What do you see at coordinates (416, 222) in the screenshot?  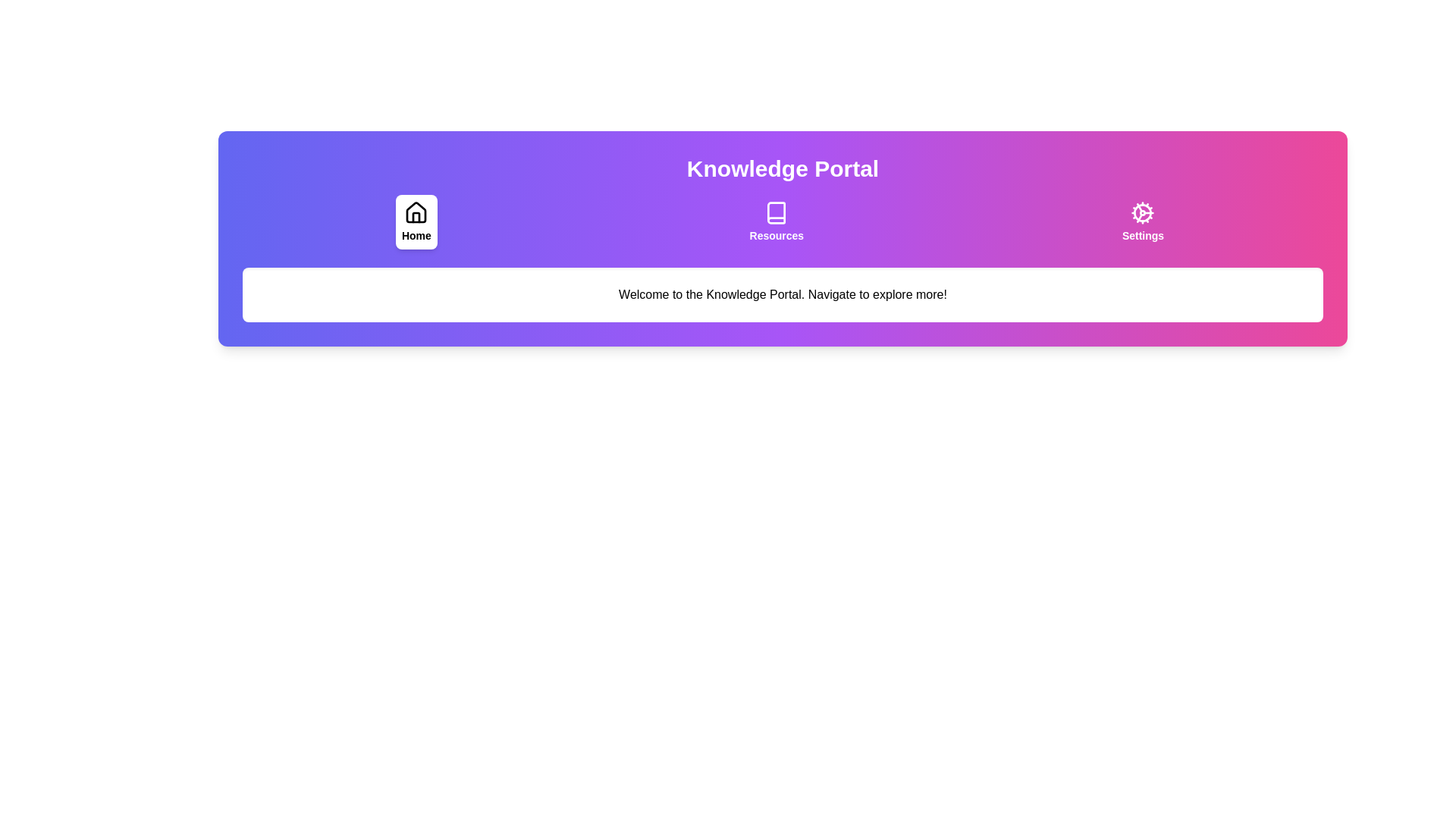 I see `the tab labeled Home` at bounding box center [416, 222].